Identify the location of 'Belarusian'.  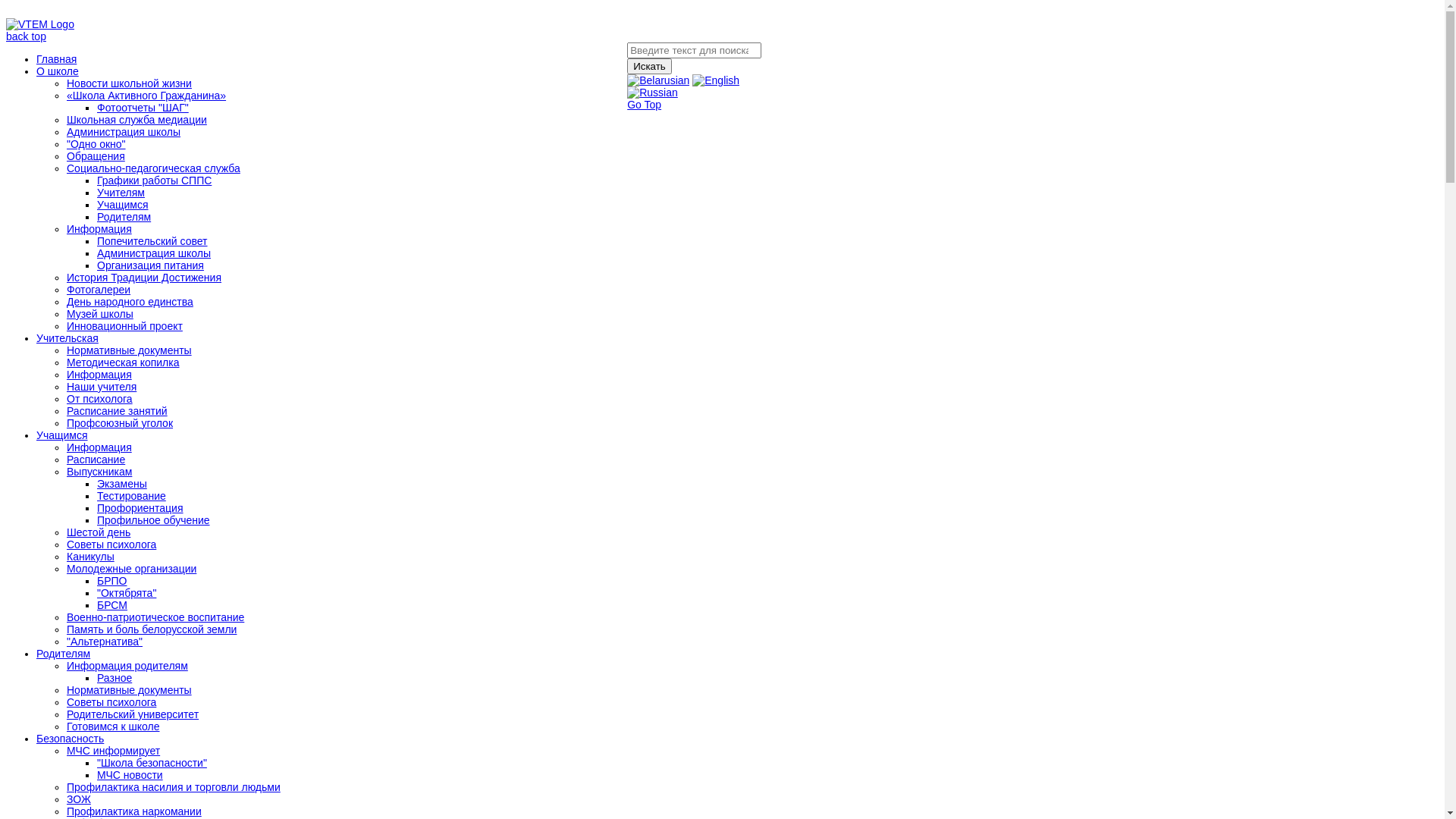
(658, 80).